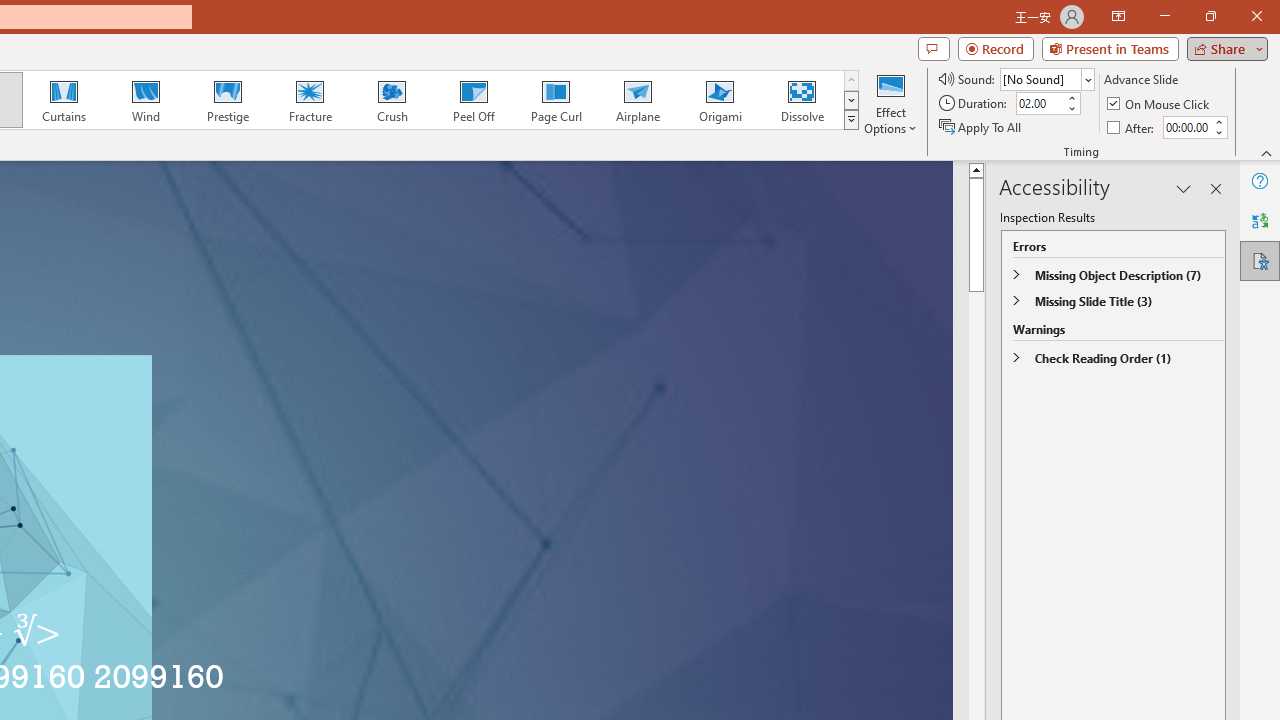 This screenshot has width=1280, height=720. What do you see at coordinates (720, 100) in the screenshot?
I see `'Origami'` at bounding box center [720, 100].